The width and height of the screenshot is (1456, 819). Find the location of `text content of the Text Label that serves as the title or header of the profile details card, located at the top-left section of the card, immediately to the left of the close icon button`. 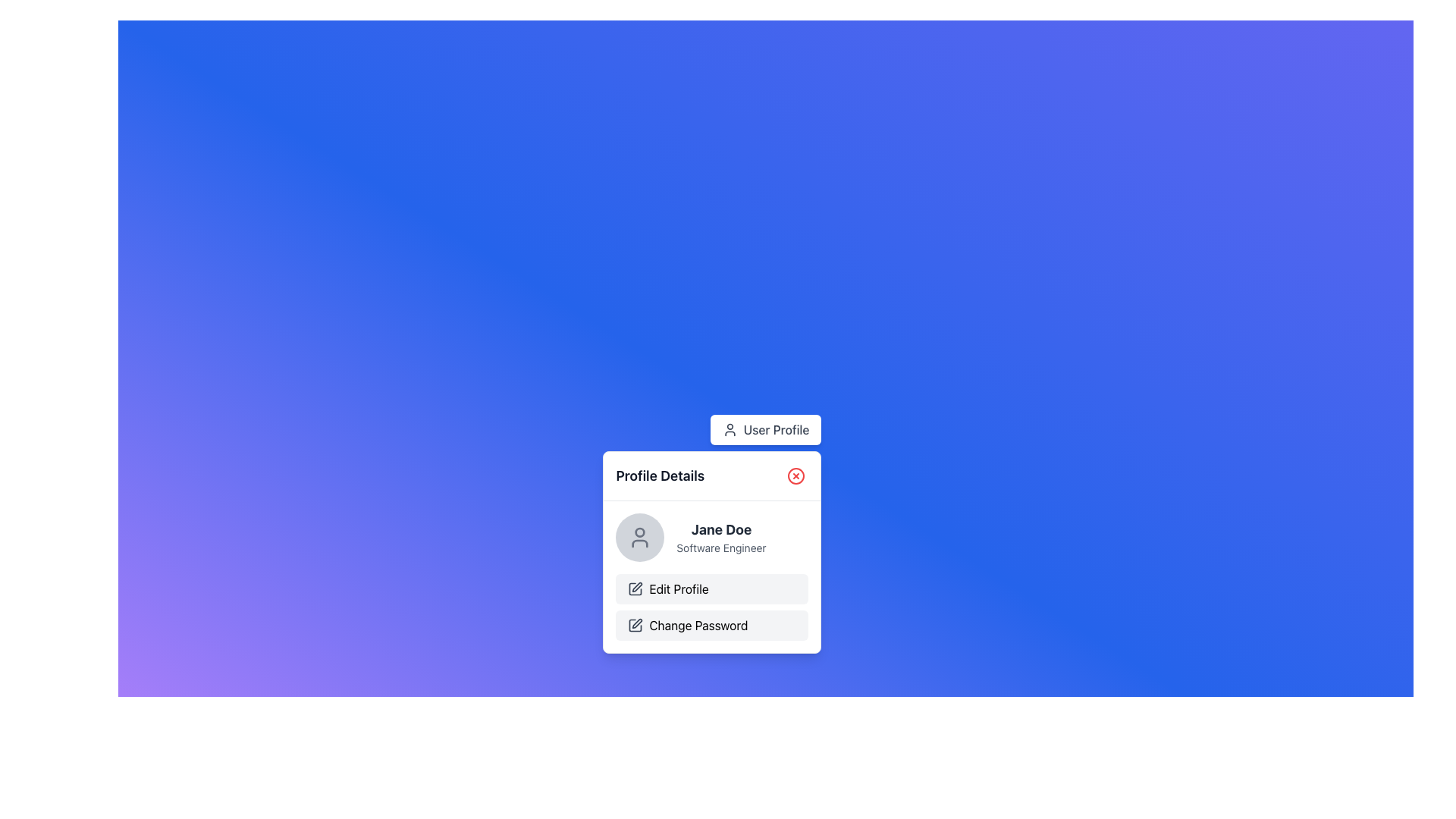

text content of the Text Label that serves as the title or header of the profile details card, located at the top-left section of the card, immediately to the left of the close icon button is located at coordinates (660, 475).